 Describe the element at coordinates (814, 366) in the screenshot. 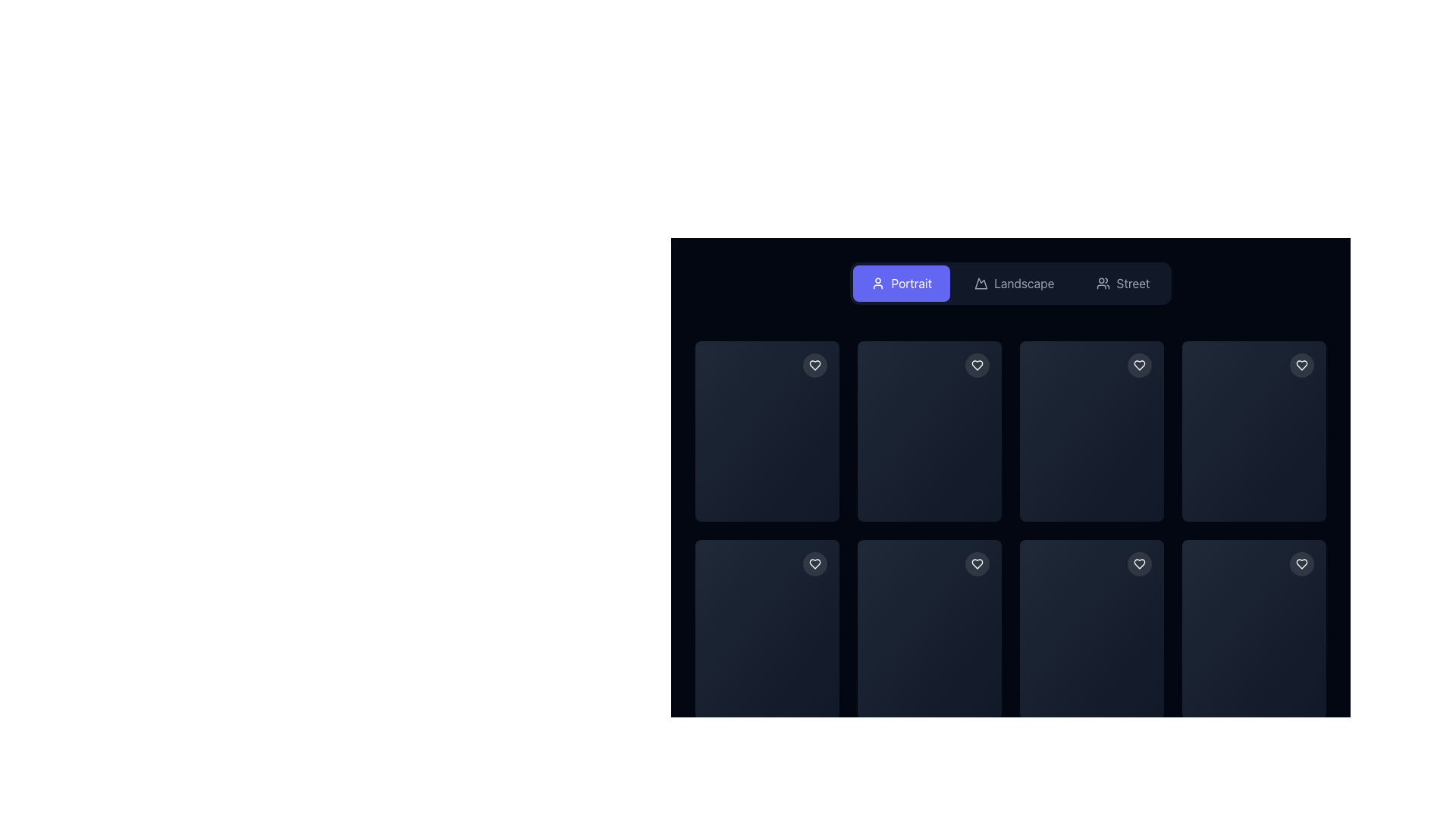

I see `the heart-shaped icon` at that location.